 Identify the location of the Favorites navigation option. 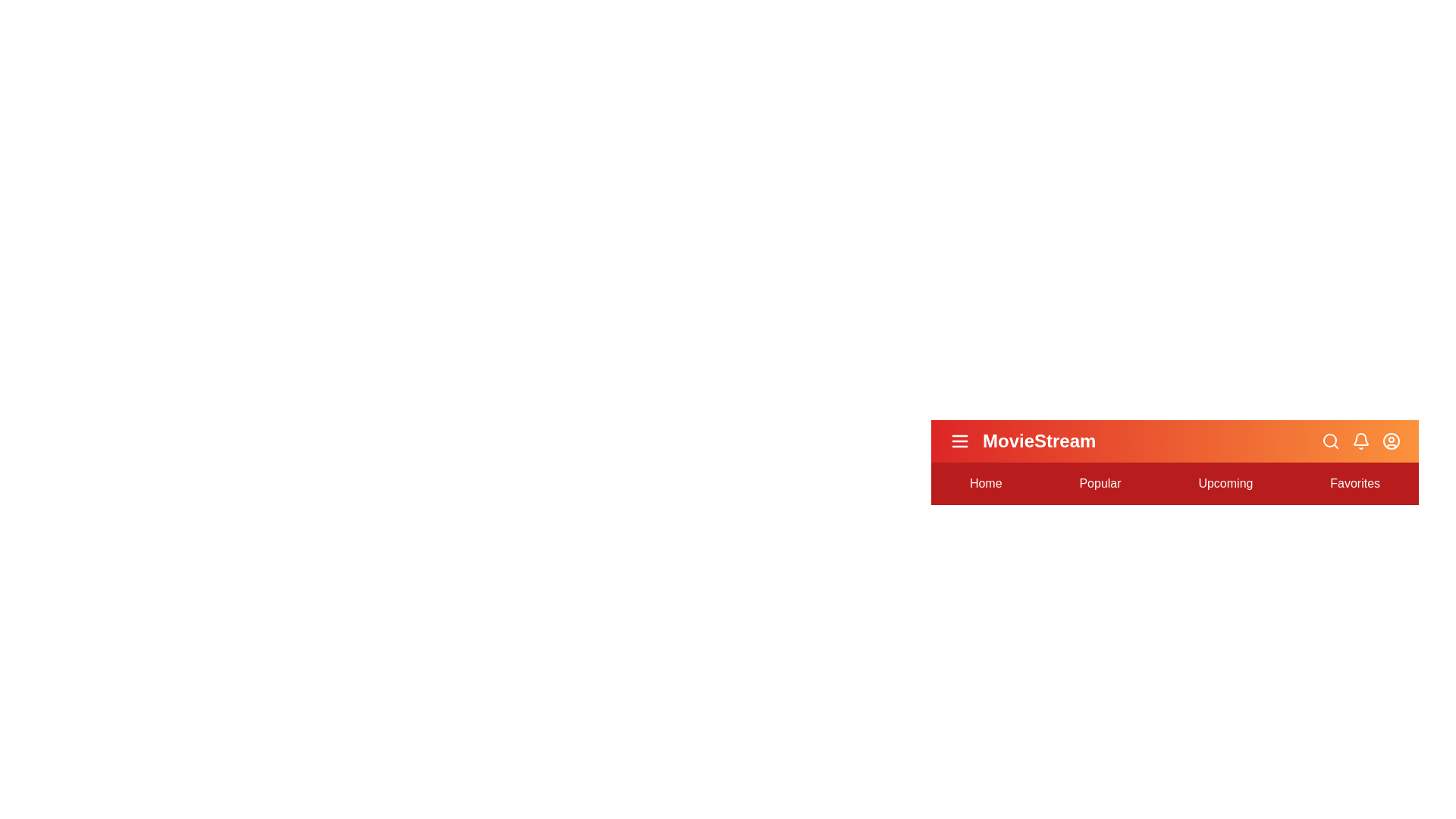
(1355, 483).